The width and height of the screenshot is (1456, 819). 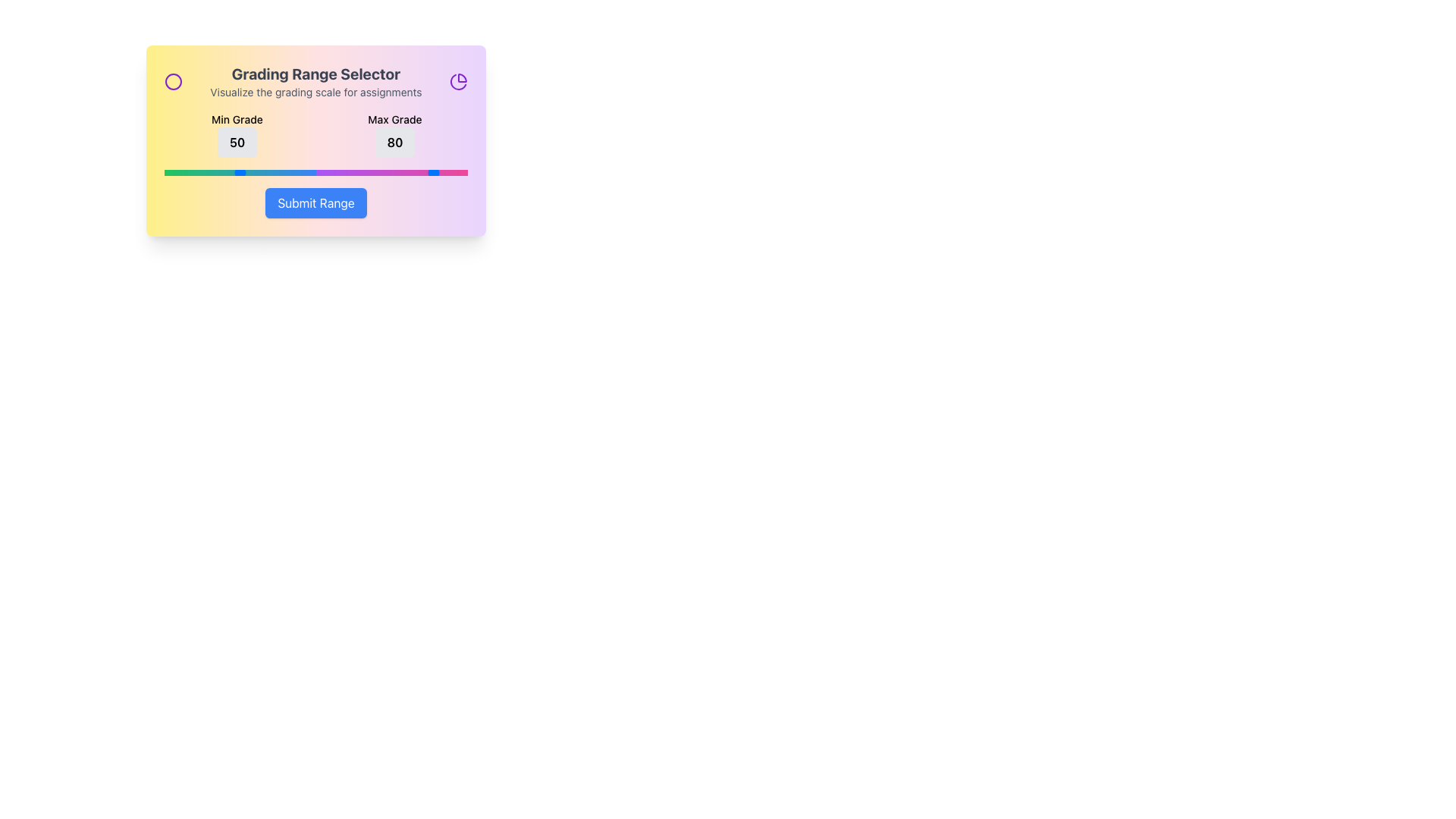 What do you see at coordinates (390, 171) in the screenshot?
I see `the slider value` at bounding box center [390, 171].